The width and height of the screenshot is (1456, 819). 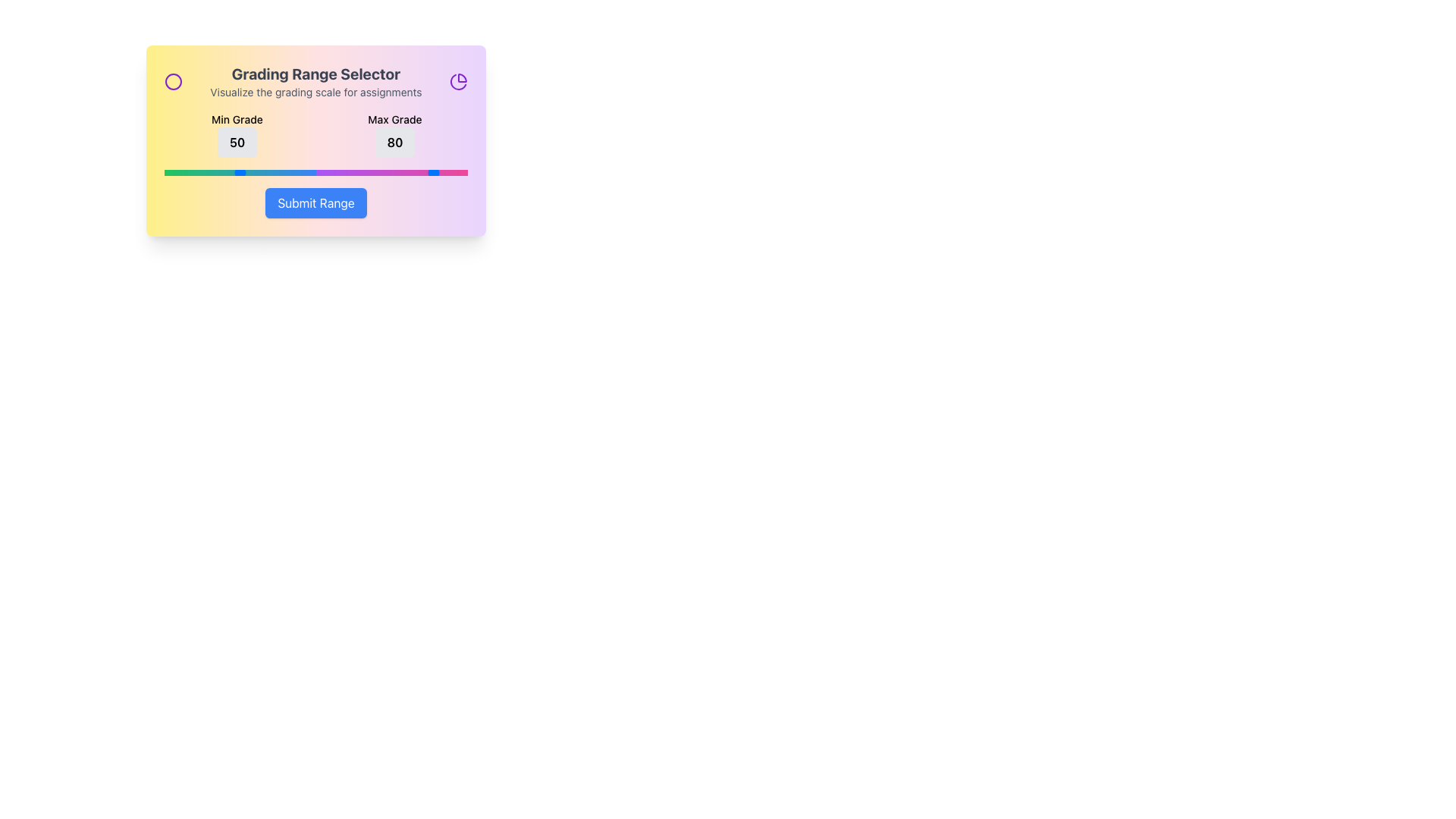 What do you see at coordinates (390, 171) in the screenshot?
I see `the slider value` at bounding box center [390, 171].